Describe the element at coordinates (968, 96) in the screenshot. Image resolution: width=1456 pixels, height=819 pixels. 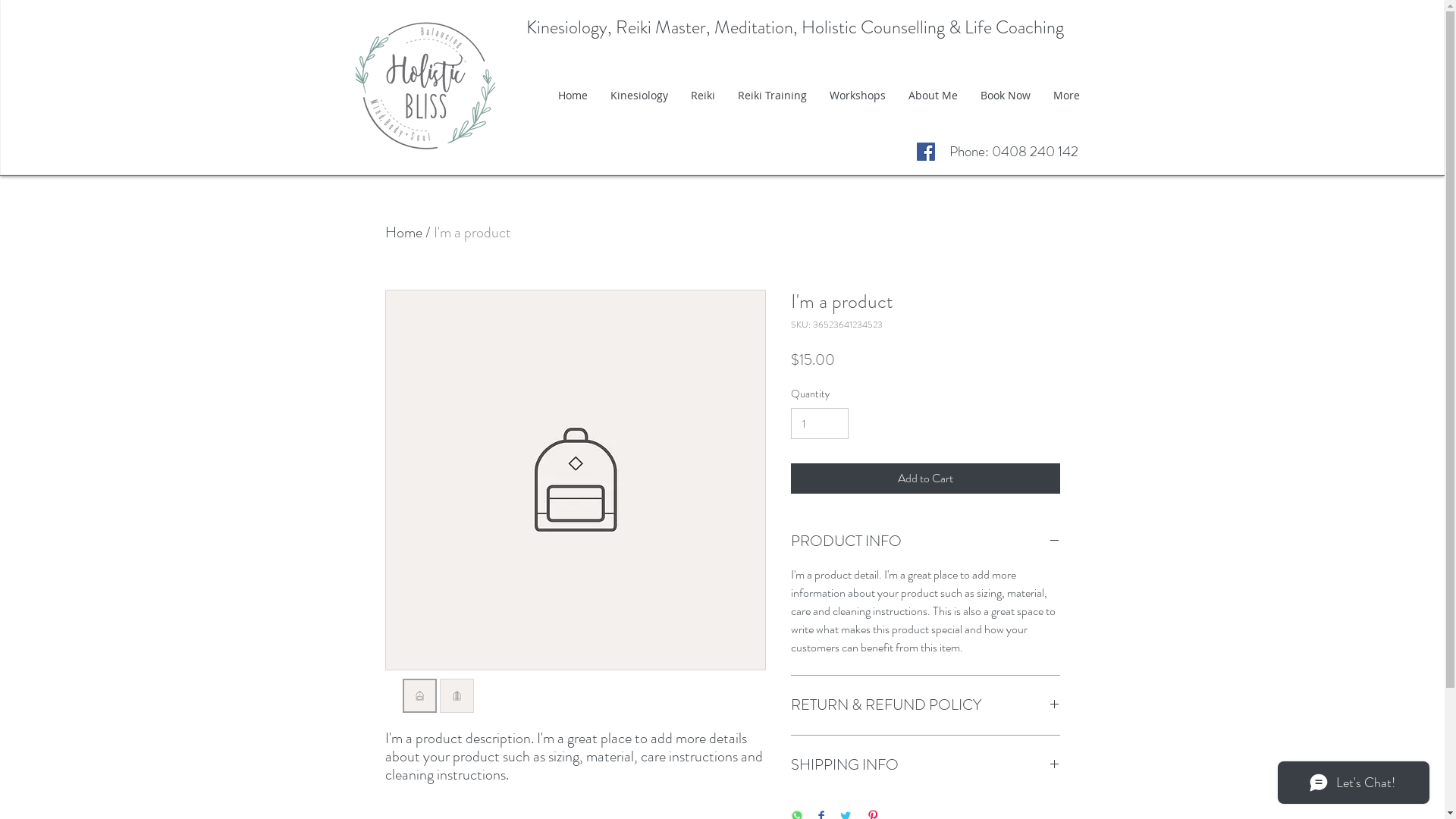
I see `'Book Now'` at that location.